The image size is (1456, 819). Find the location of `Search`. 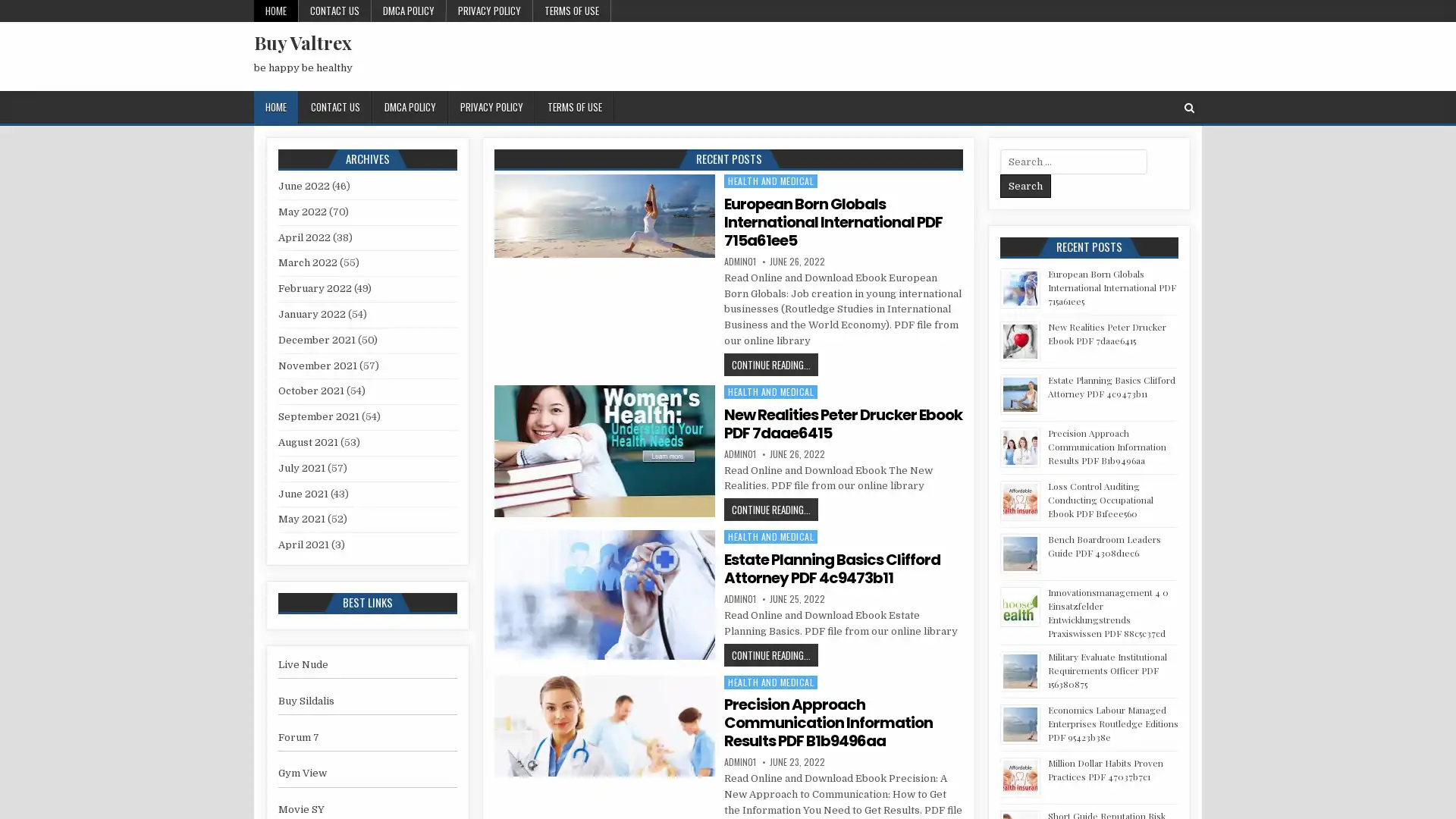

Search is located at coordinates (1025, 185).